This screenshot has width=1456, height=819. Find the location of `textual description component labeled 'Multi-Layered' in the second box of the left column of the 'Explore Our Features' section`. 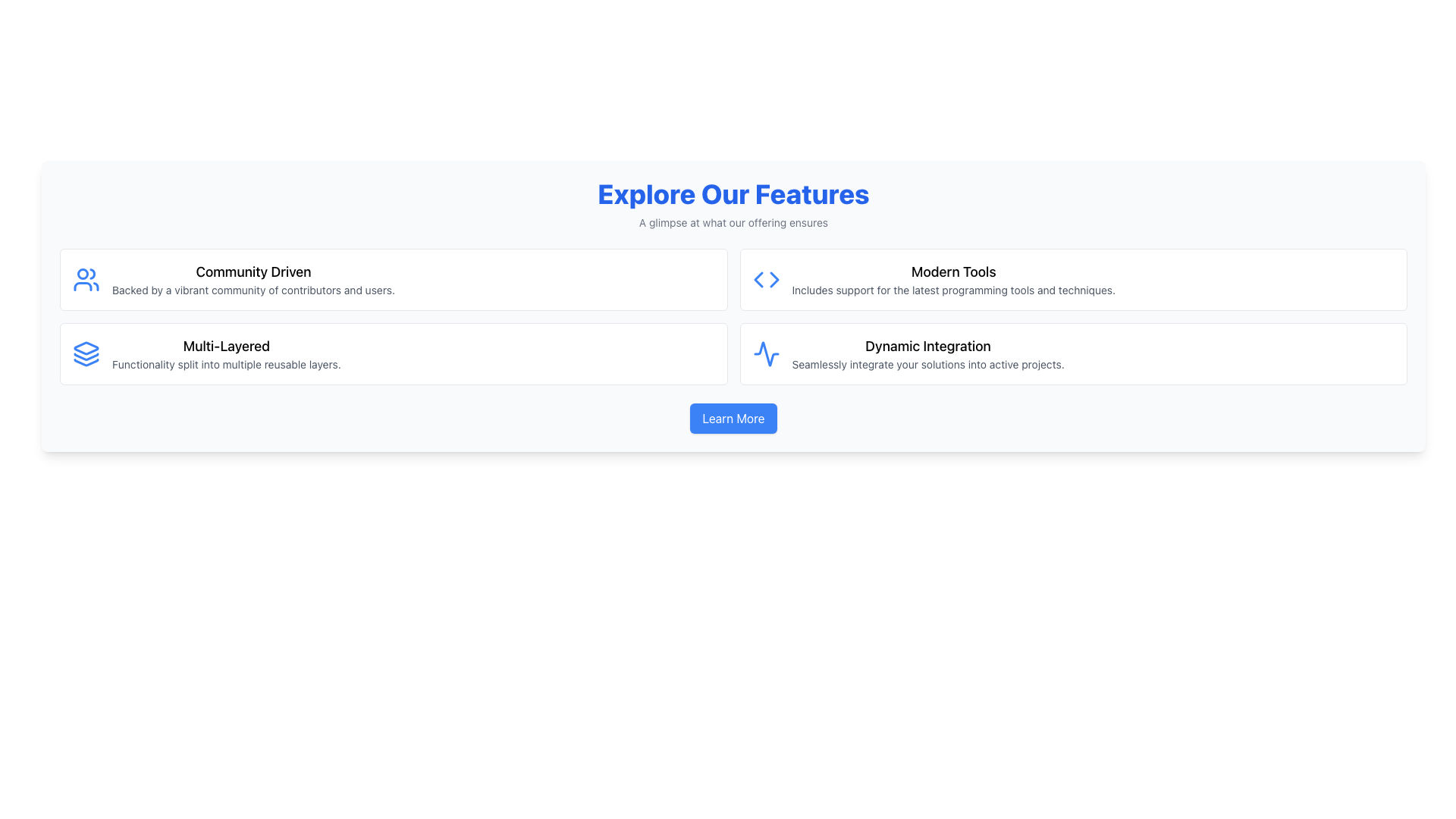

textual description component labeled 'Multi-Layered' in the second box of the left column of the 'Explore Our Features' section is located at coordinates (225, 353).